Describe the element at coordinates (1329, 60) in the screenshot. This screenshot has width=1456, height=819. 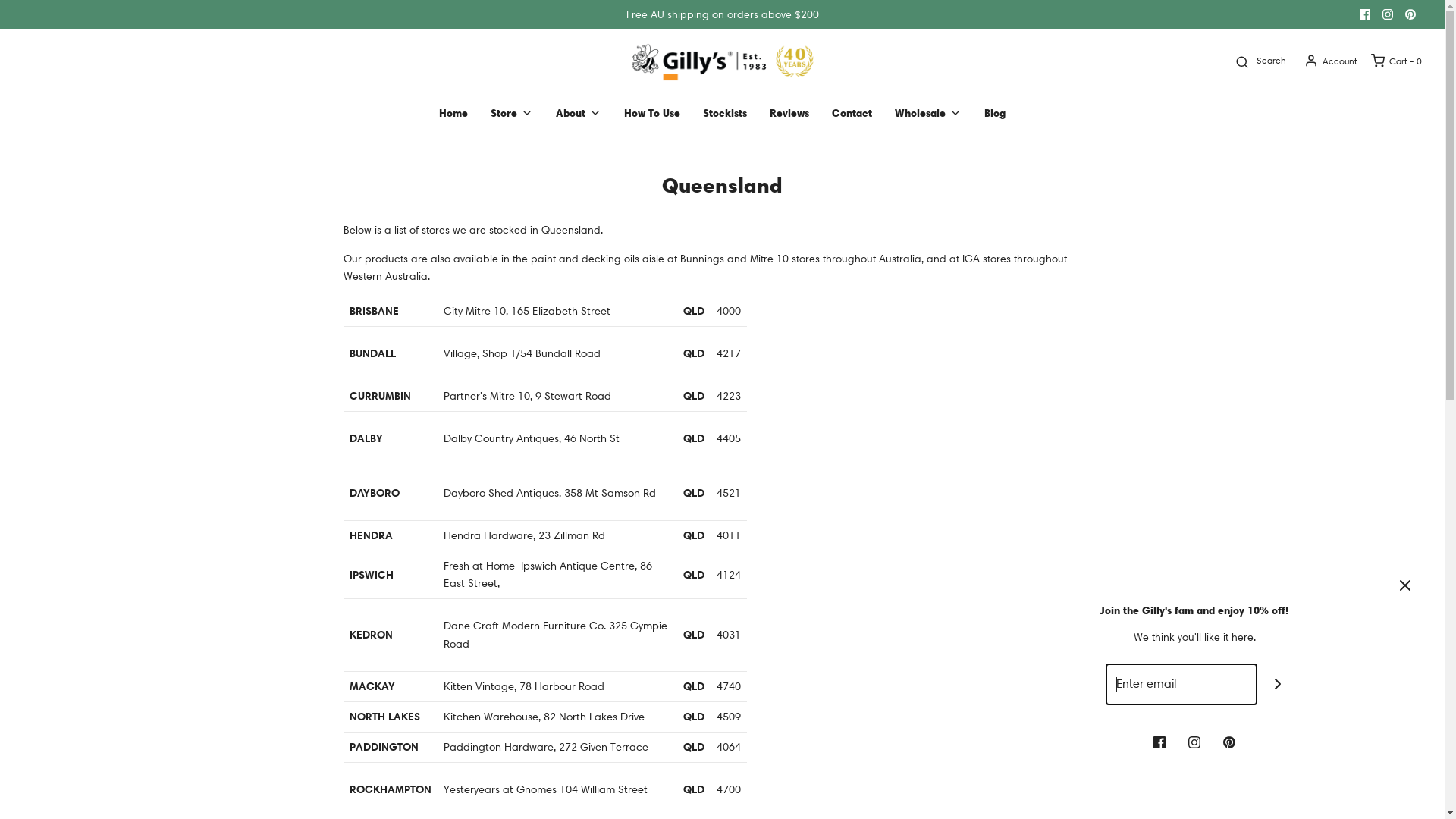
I see `'Account'` at that location.